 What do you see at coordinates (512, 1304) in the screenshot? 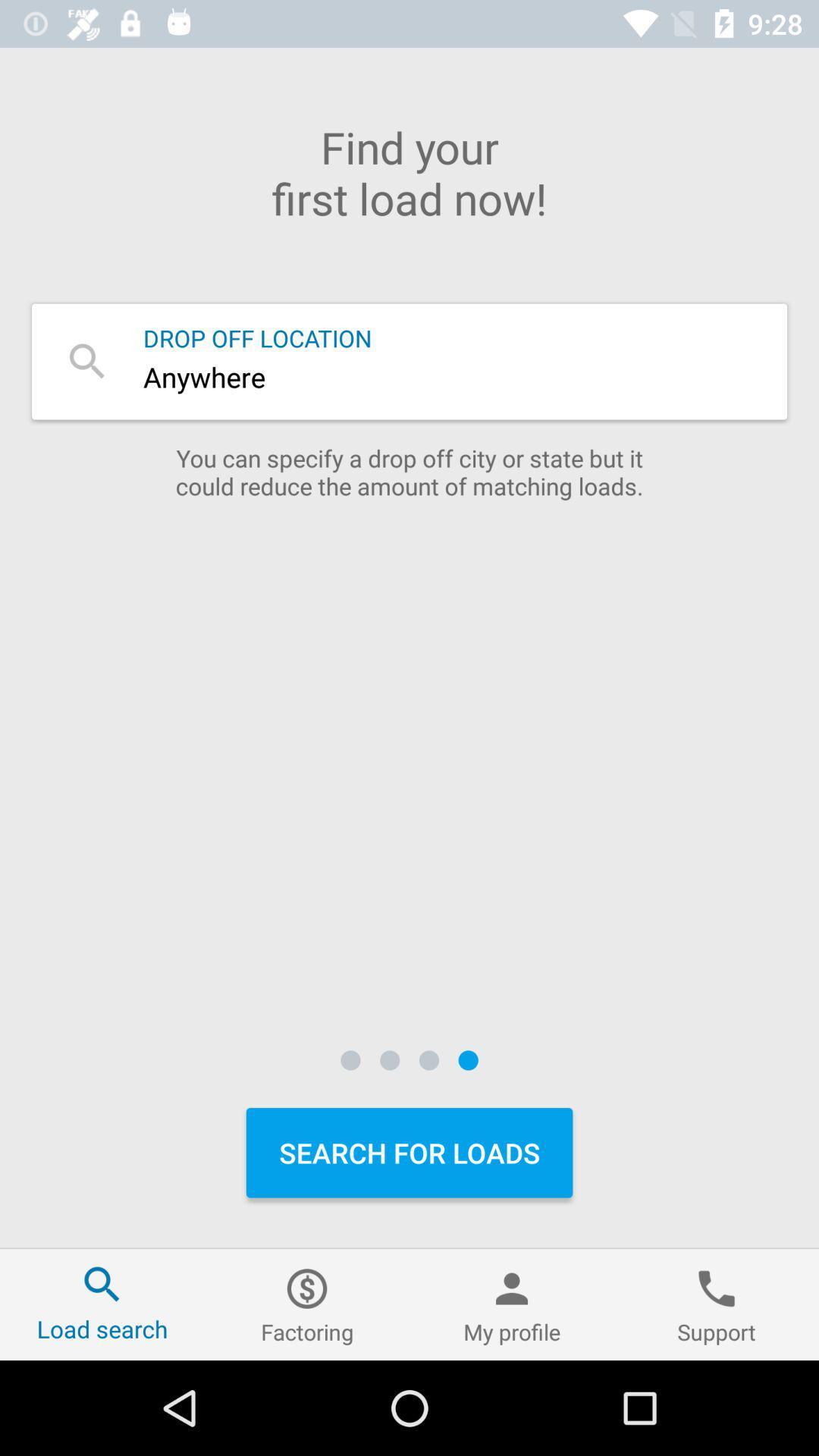
I see `the item to the left of the support` at bounding box center [512, 1304].